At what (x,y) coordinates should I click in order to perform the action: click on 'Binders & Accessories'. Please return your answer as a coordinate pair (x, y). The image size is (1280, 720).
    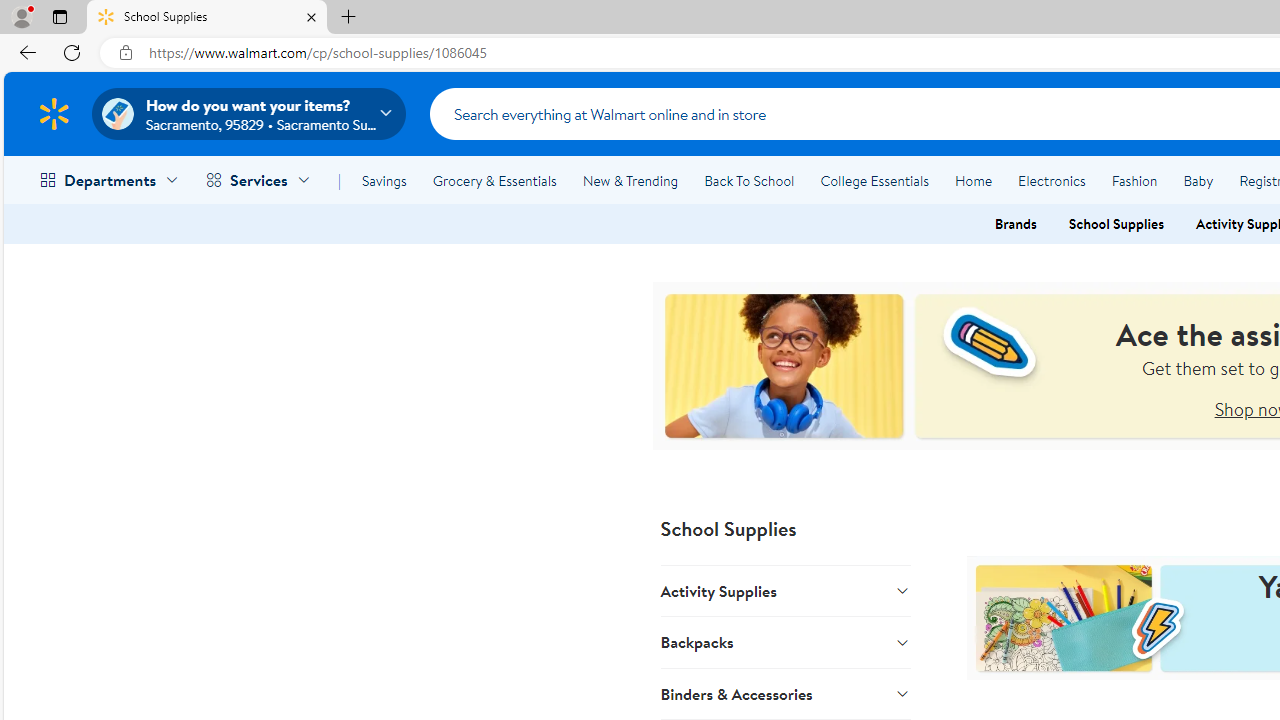
    Looking at the image, I should click on (784, 692).